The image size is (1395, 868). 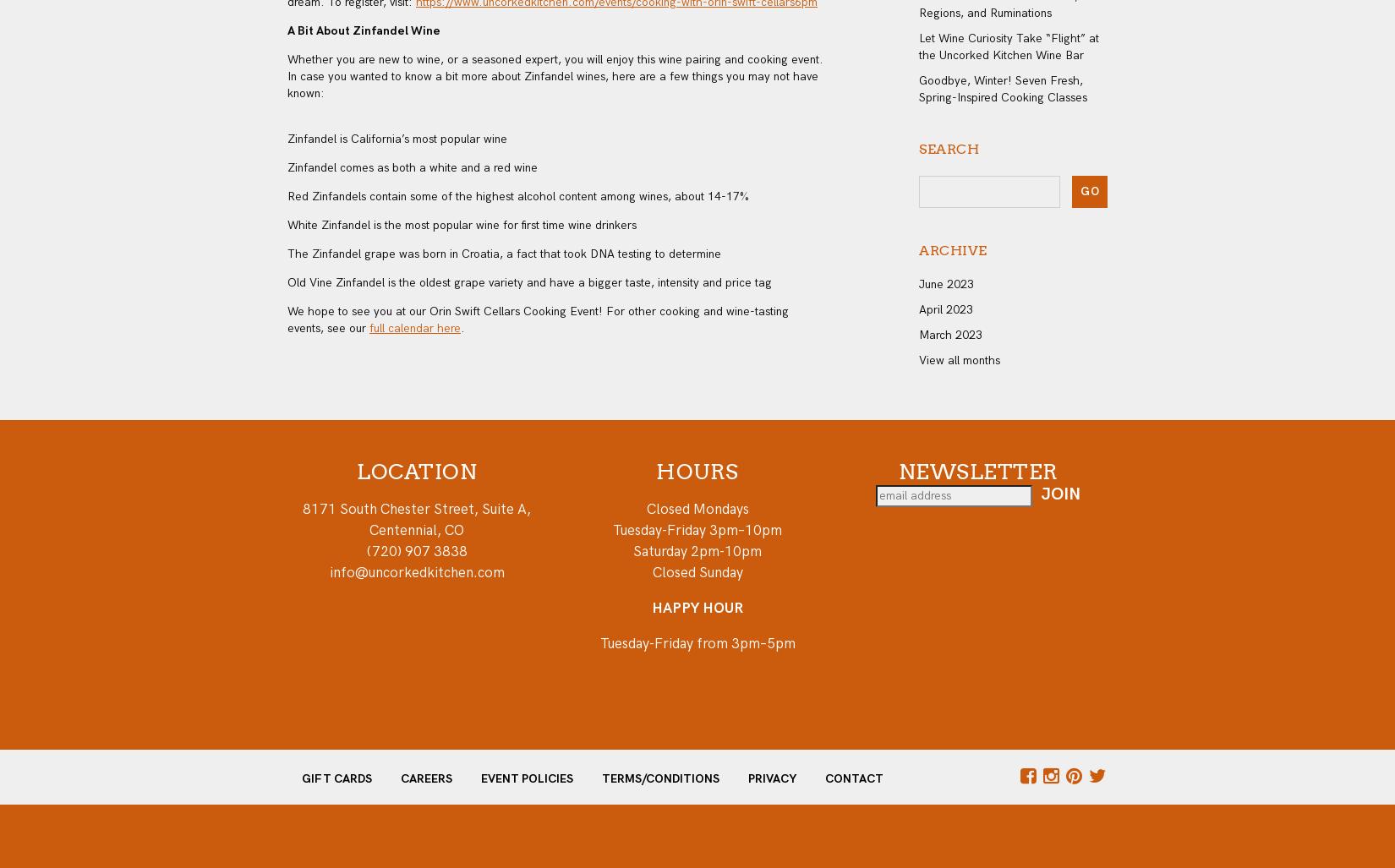 What do you see at coordinates (517, 196) in the screenshot?
I see `'Red Zinfandels contain some of the highest alcohol content among wines, about 14-17%'` at bounding box center [517, 196].